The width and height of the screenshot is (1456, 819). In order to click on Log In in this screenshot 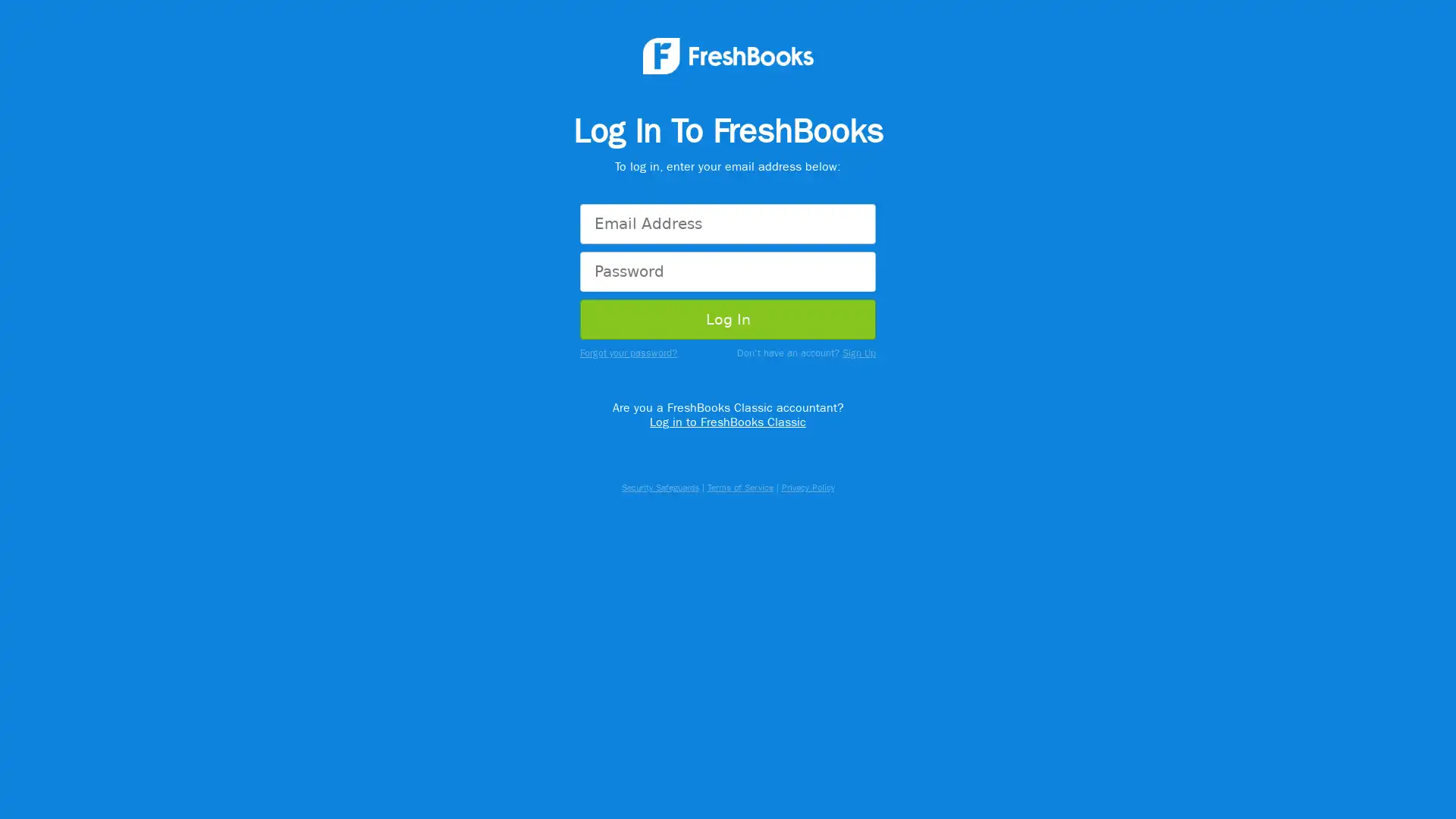, I will do `click(728, 321)`.